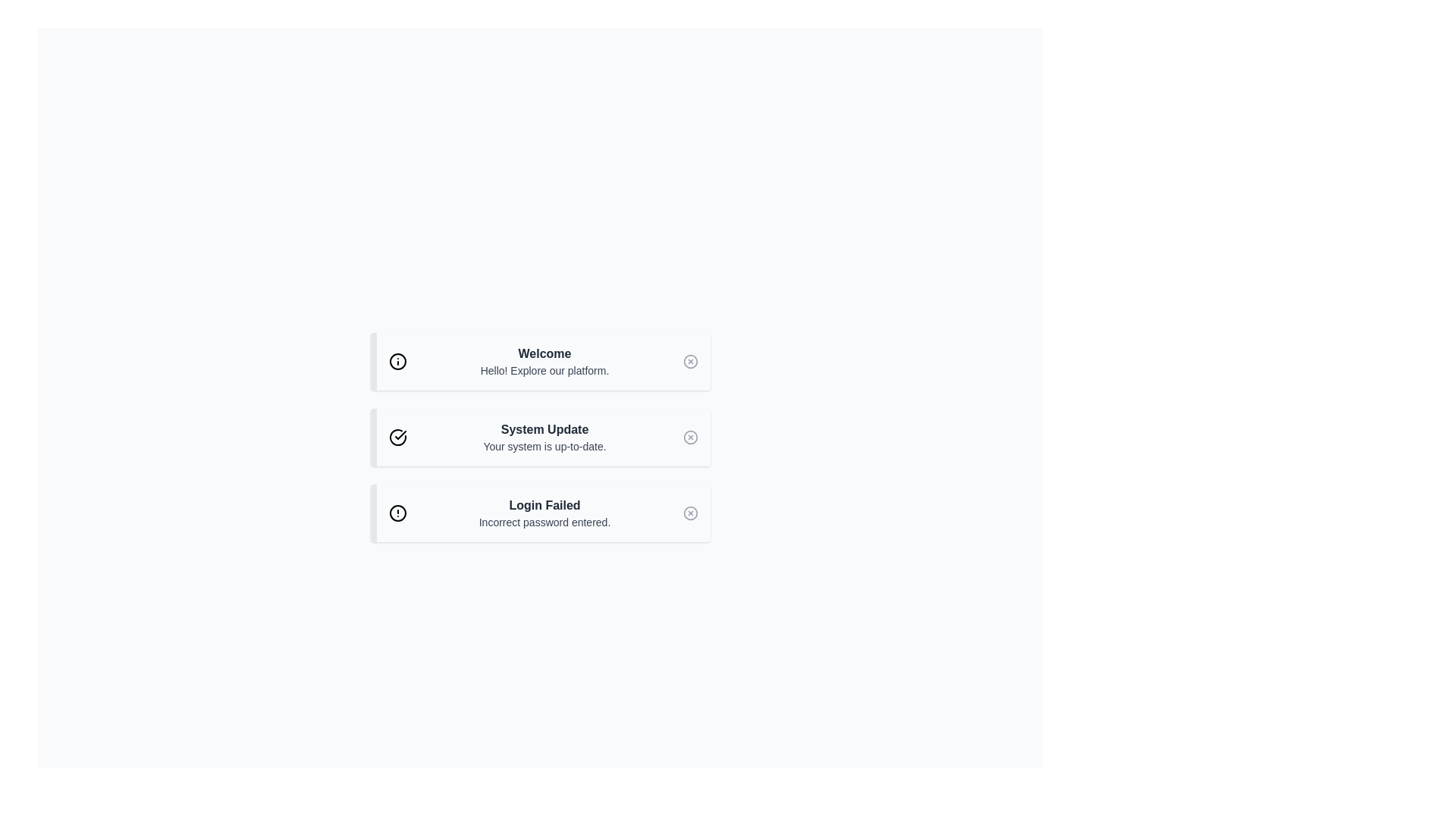 The height and width of the screenshot is (819, 1456). What do you see at coordinates (689, 362) in the screenshot?
I see `the SVG Graphic - Circle element, which is part of the 'X' icon indicating a closure action, located to the right of the 'Welcome' label` at bounding box center [689, 362].